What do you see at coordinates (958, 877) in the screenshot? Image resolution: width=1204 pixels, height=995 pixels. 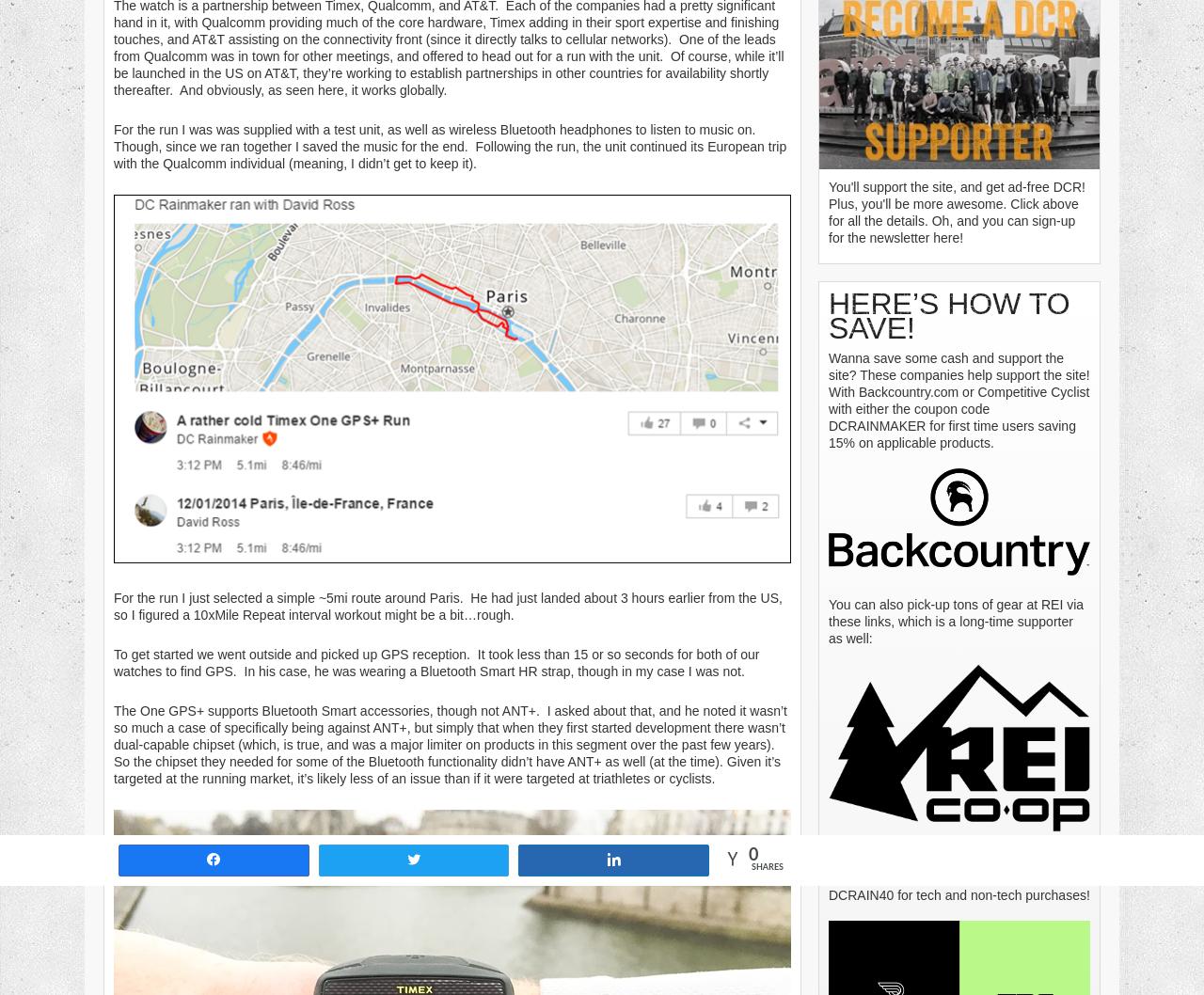 I see `'With TPC (The Pro's Closet), you'll save $40 on purchases over $200 with coupon code DCRAIN40 for tech and non-tech purchases!'` at bounding box center [958, 877].